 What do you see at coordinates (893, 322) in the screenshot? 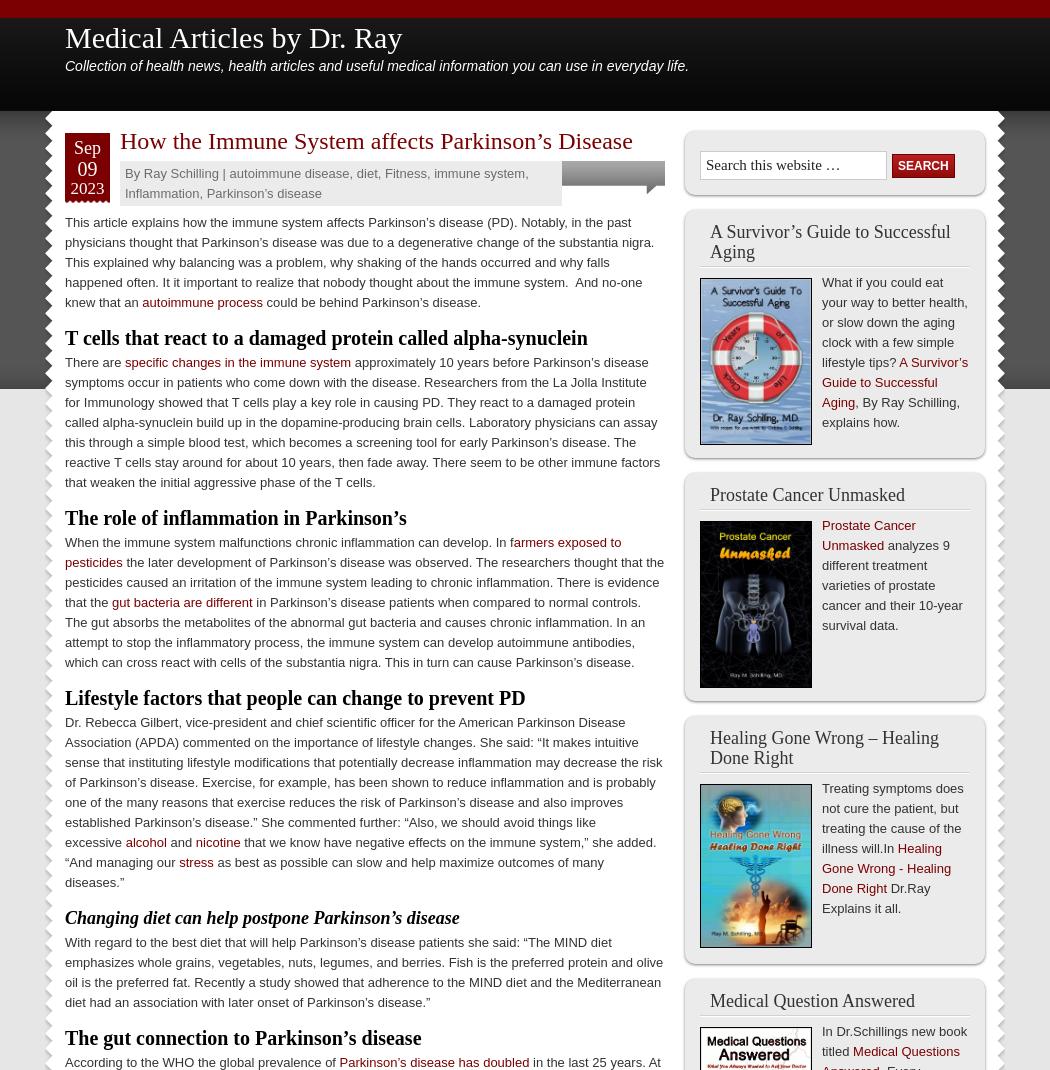
I see `'What if you could eat your way to better health, or slow down the aging clock with a few simple lifestyle tips?'` at bounding box center [893, 322].